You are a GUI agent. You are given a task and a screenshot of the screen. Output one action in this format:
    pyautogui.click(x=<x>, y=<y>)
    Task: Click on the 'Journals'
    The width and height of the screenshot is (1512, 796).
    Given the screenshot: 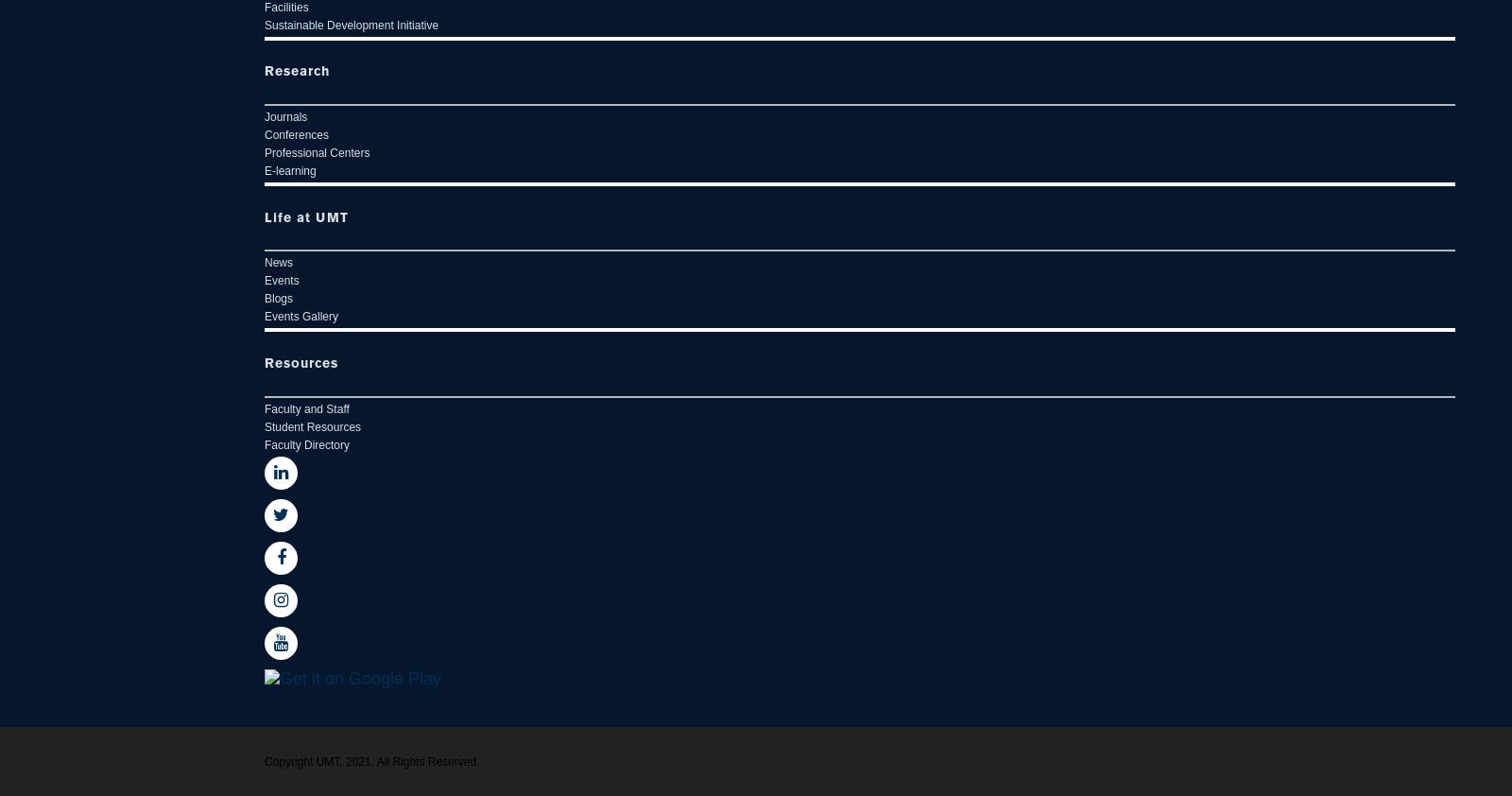 What is the action you would take?
    pyautogui.click(x=265, y=116)
    